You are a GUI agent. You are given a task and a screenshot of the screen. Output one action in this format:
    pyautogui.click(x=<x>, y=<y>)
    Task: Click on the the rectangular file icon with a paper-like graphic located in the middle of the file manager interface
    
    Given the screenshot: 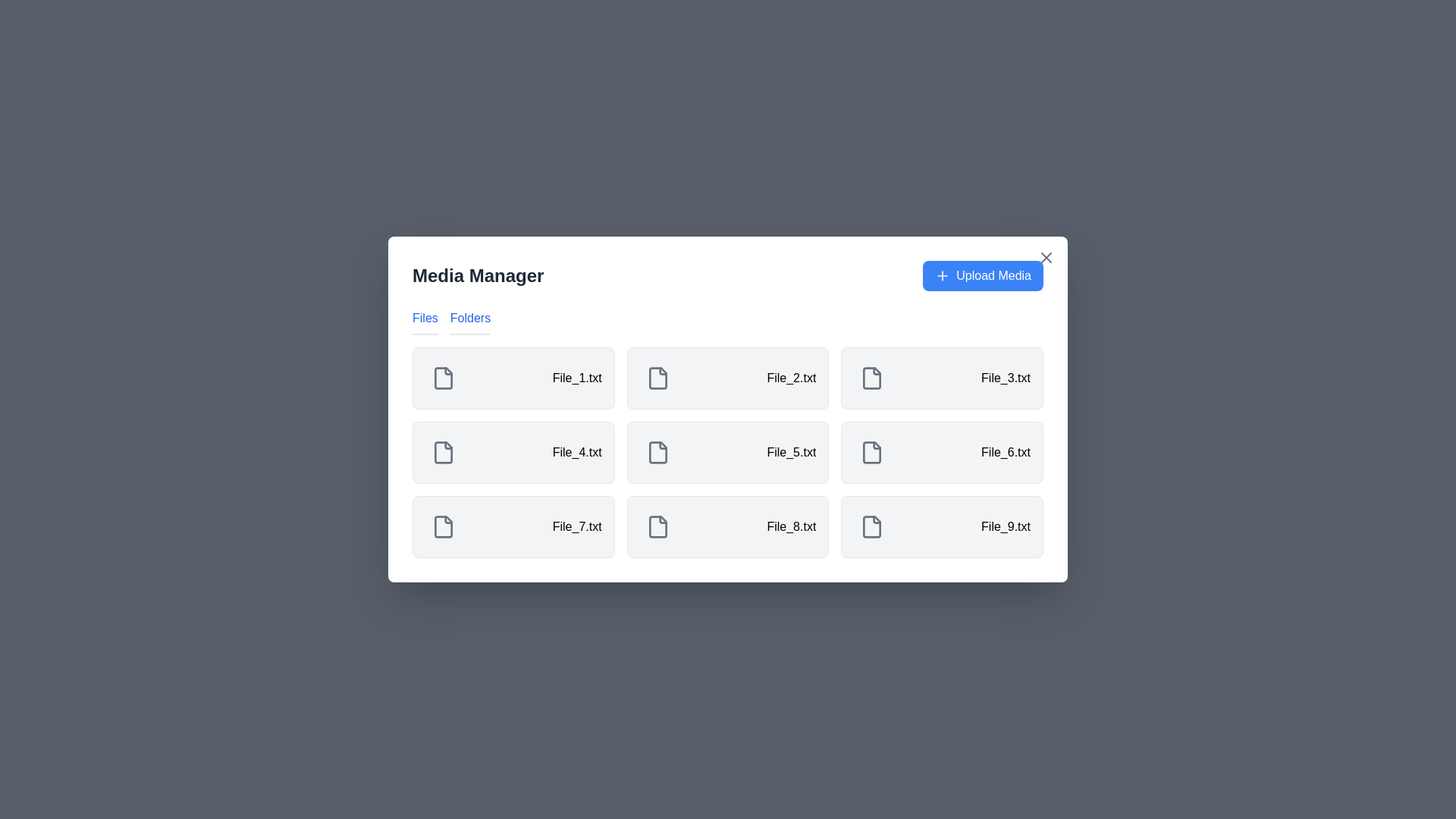 What is the action you would take?
    pyautogui.click(x=657, y=377)
    